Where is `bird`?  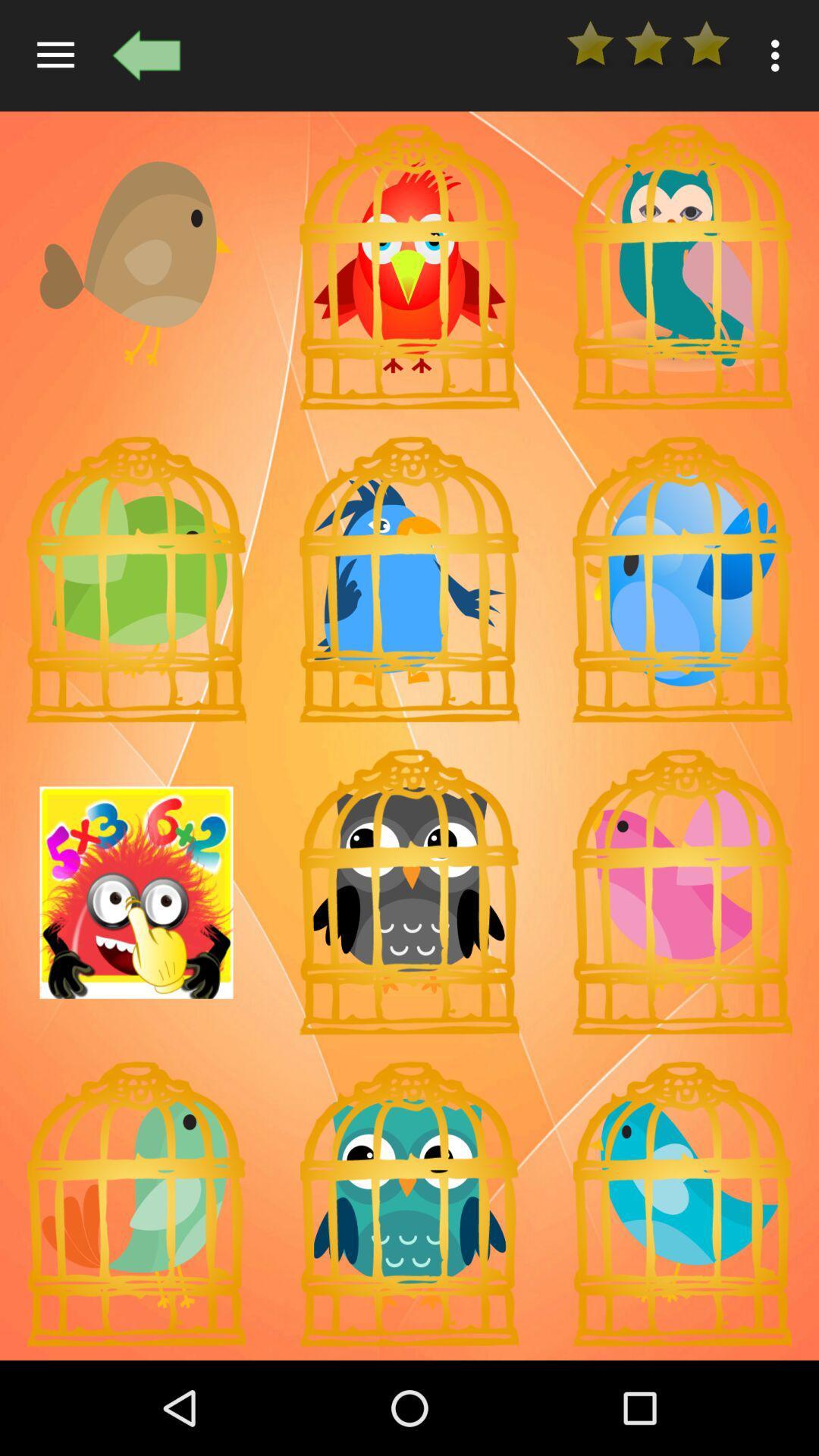 bird is located at coordinates (681, 267).